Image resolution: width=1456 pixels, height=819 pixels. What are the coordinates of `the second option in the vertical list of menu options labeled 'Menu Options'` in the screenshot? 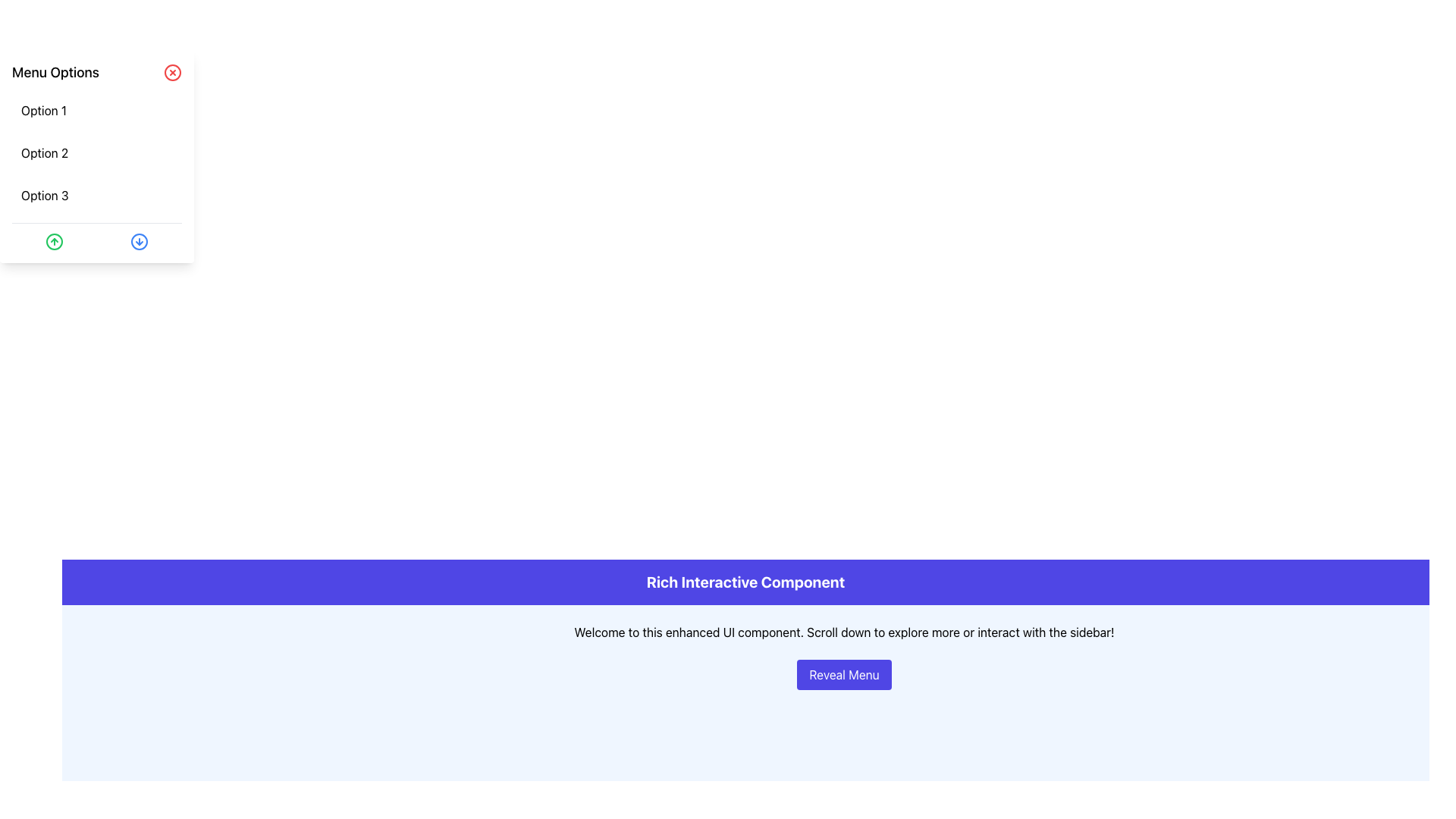 It's located at (96, 152).